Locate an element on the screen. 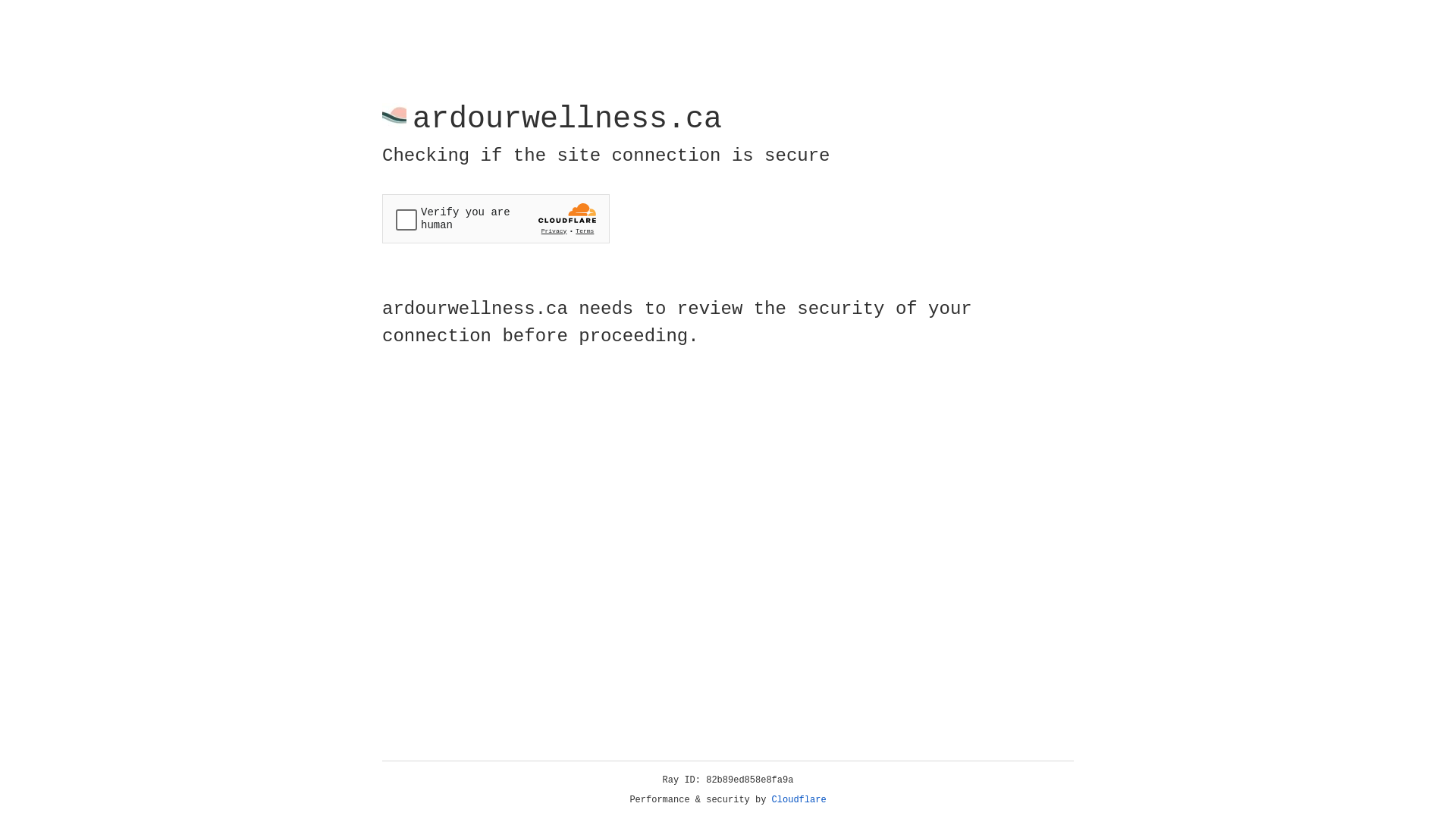 The width and height of the screenshot is (1456, 819). 'Widget containing a Cloudflare security challenge' is located at coordinates (495, 218).